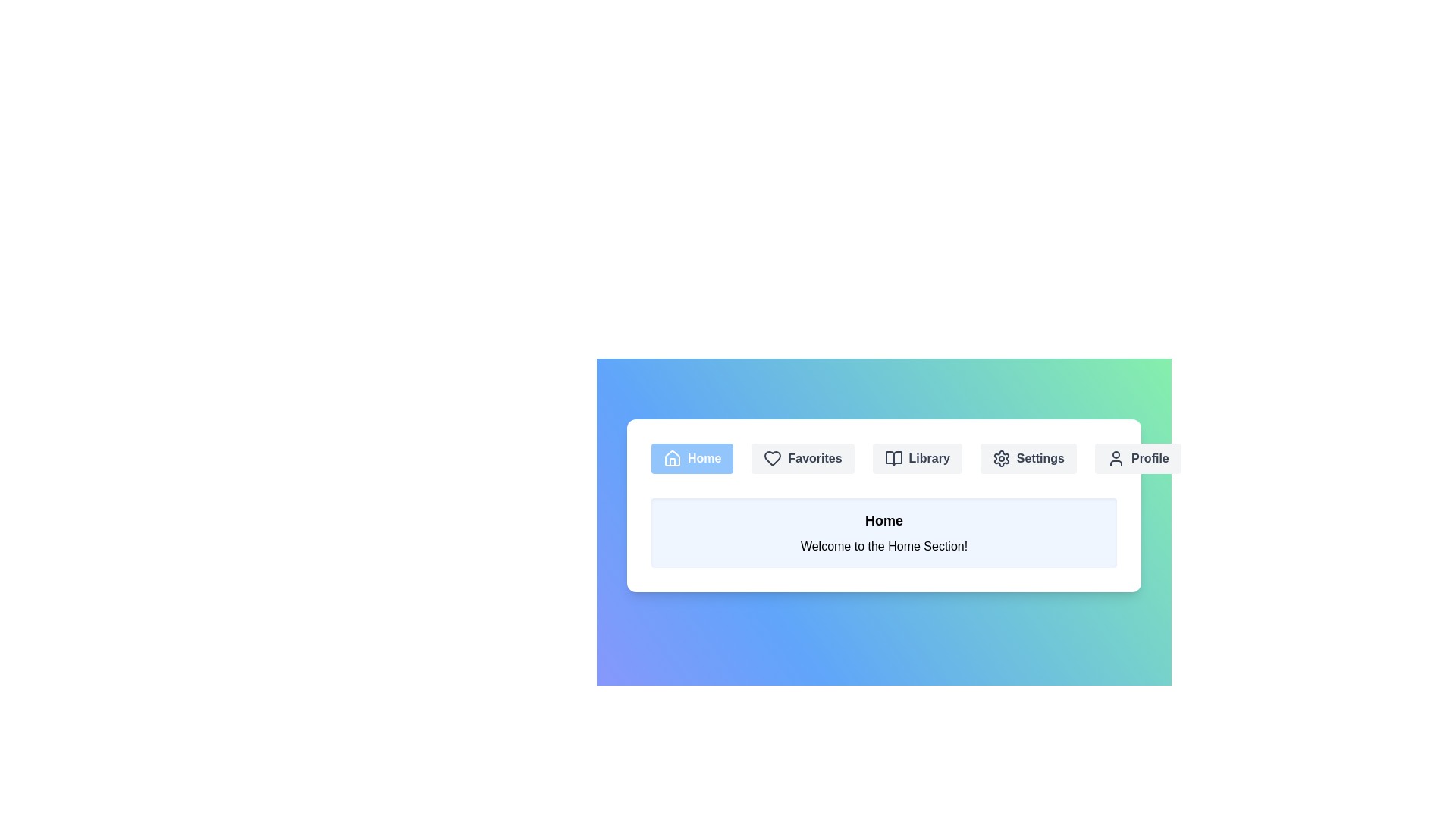  What do you see at coordinates (672, 458) in the screenshot?
I see `the house-shaped icon in the navigation area labeled 'Home'` at bounding box center [672, 458].